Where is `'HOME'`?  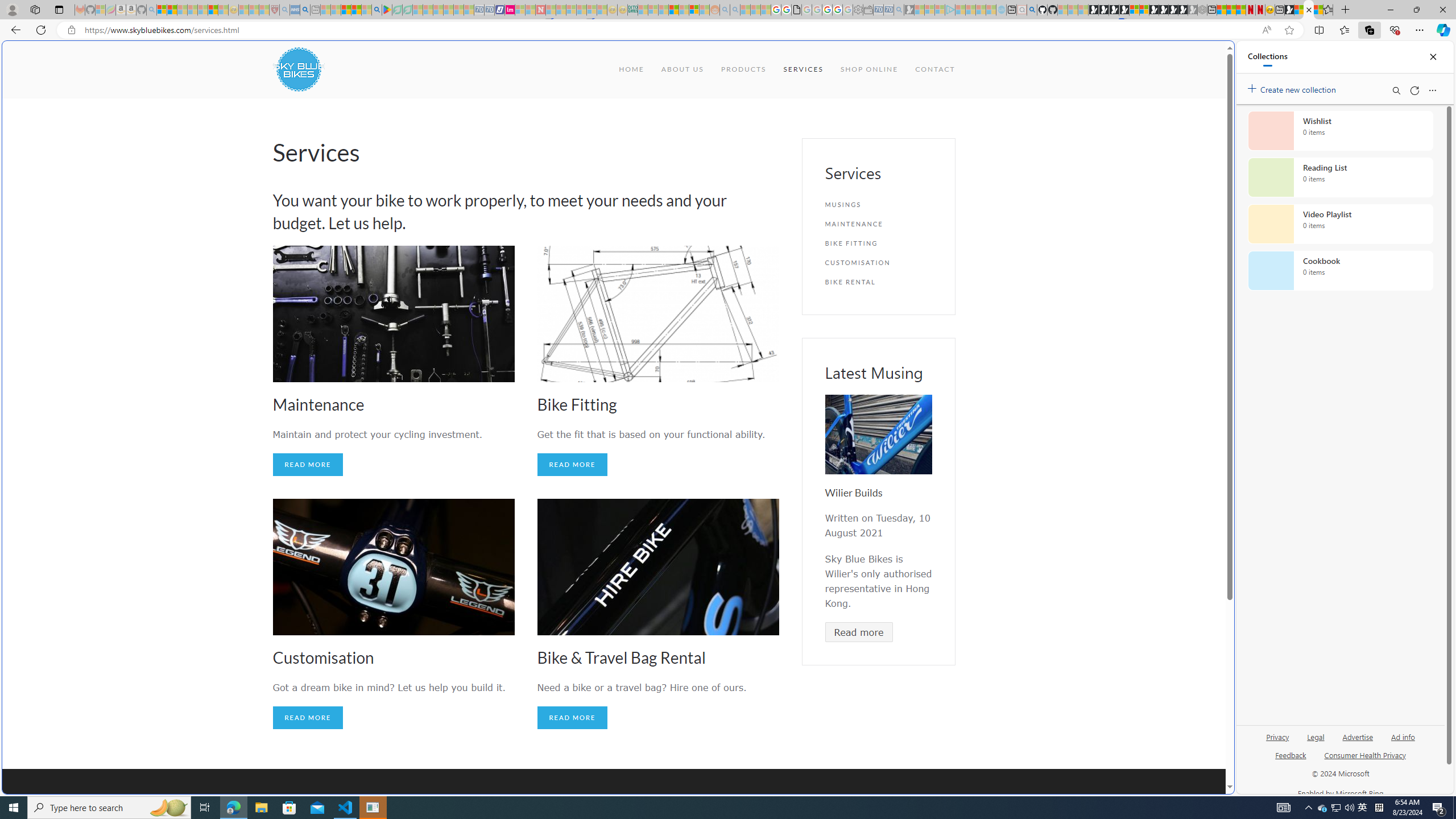
'HOME' is located at coordinates (630, 68).